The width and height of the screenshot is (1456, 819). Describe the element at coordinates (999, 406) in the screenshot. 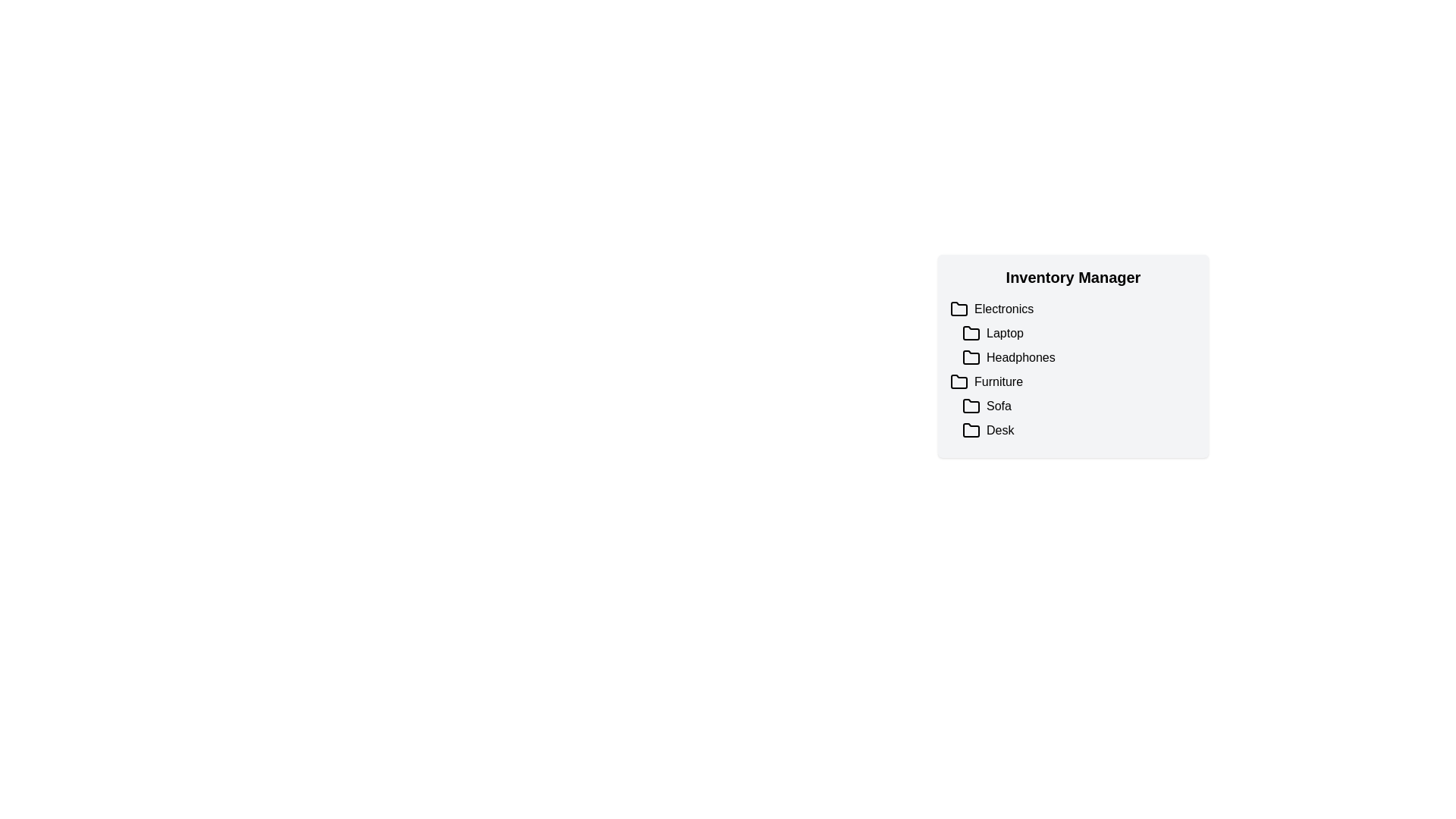

I see `the text label for 'Sofa' which is positioned under the 'Furniture' category in the list` at that location.